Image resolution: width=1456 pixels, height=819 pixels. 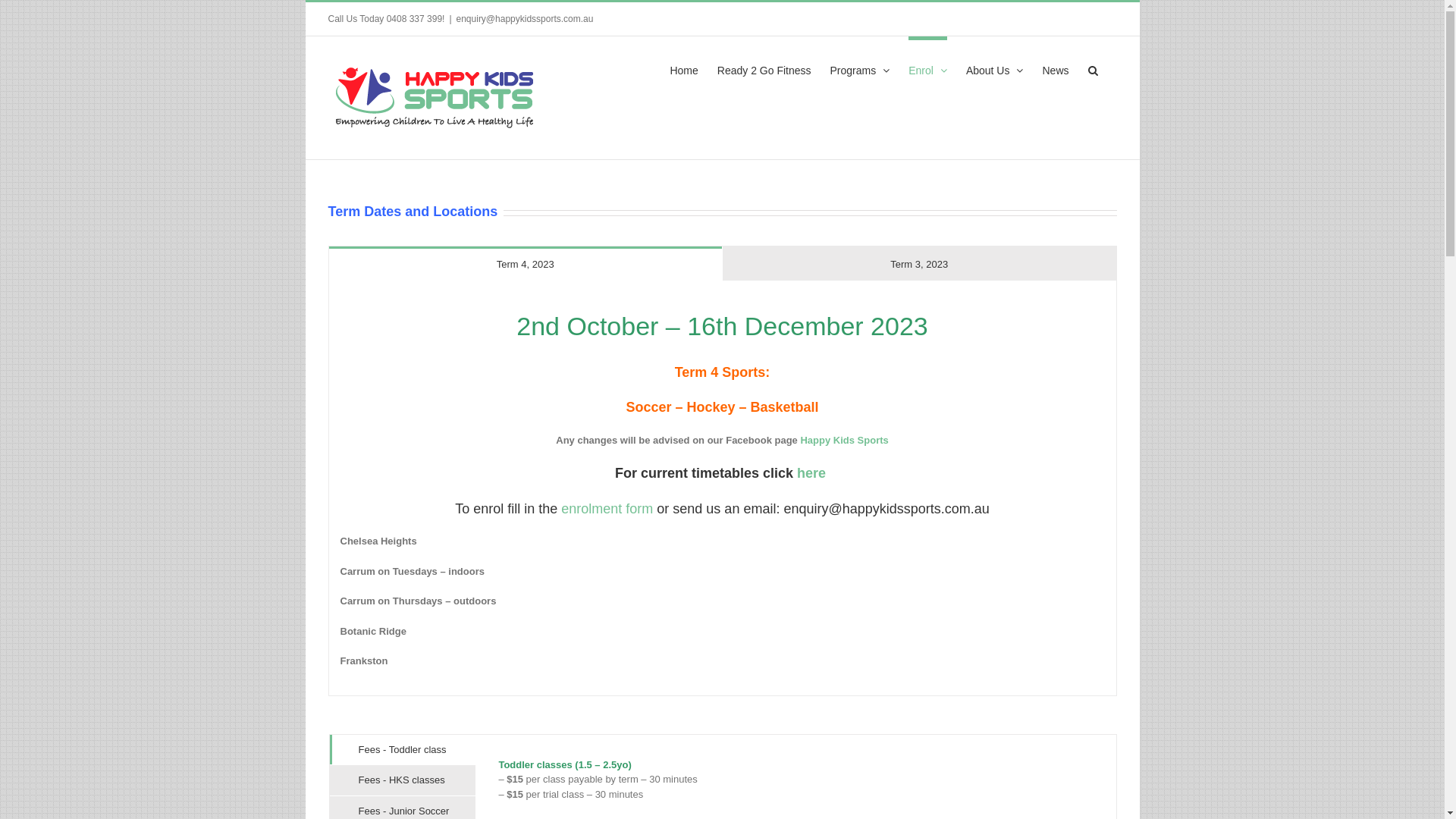 What do you see at coordinates (607, 509) in the screenshot?
I see `'enrolment form'` at bounding box center [607, 509].